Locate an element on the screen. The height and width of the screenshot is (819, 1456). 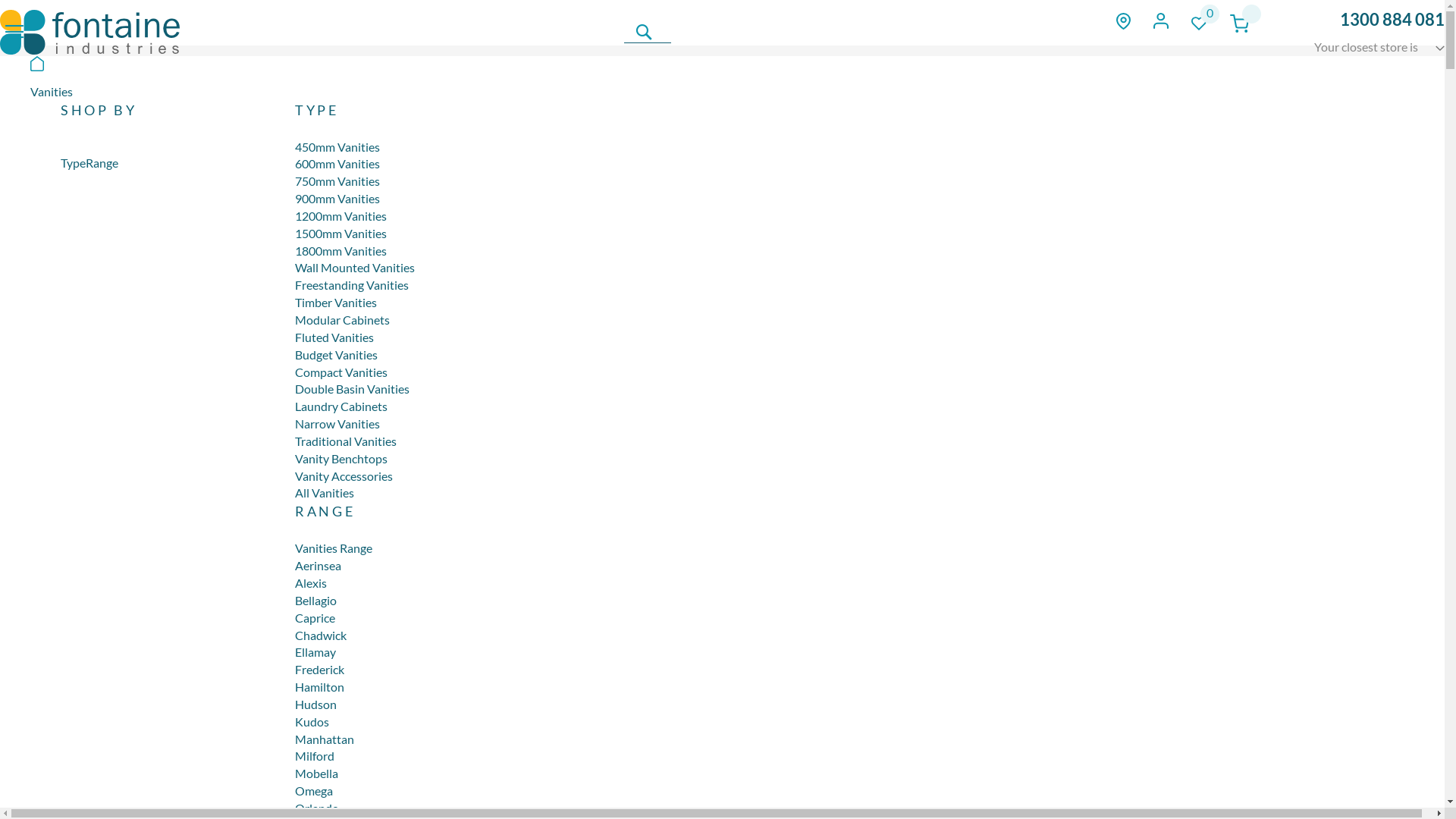
'1800mm Vanities' is located at coordinates (340, 249).